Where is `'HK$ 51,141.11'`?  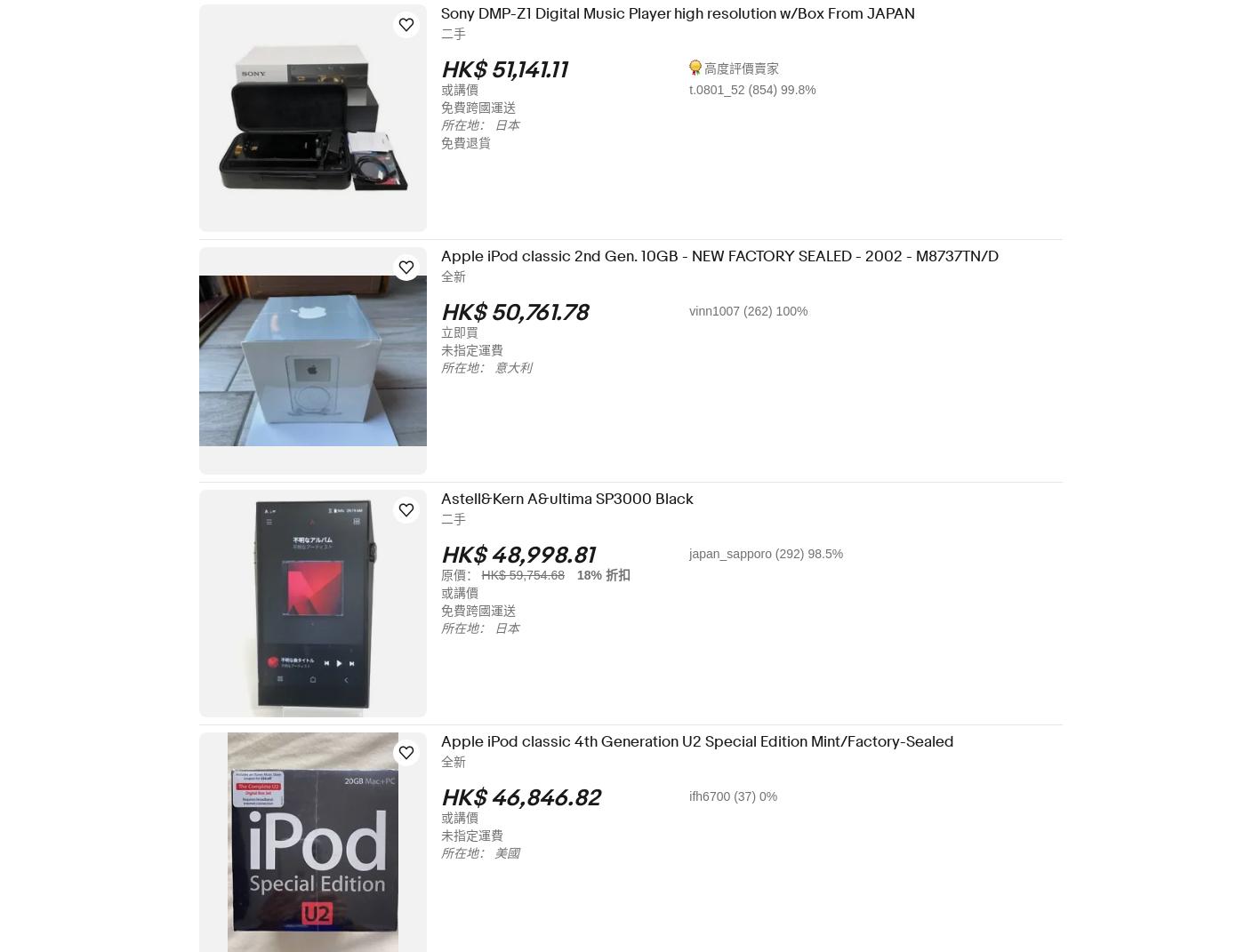
'HK$ 51,141.11' is located at coordinates (515, 70).